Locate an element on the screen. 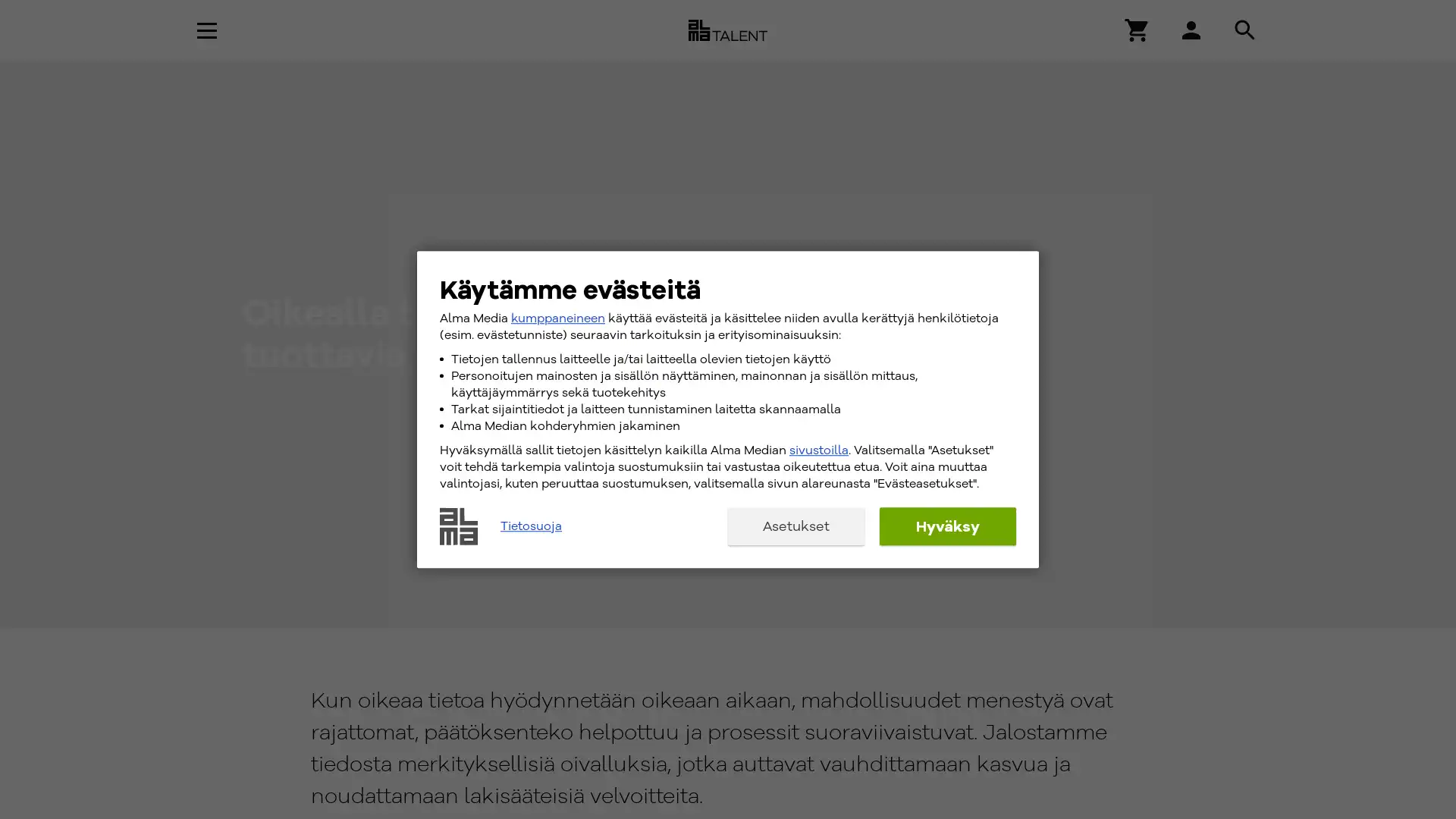  Asetukset is located at coordinates (795, 525).